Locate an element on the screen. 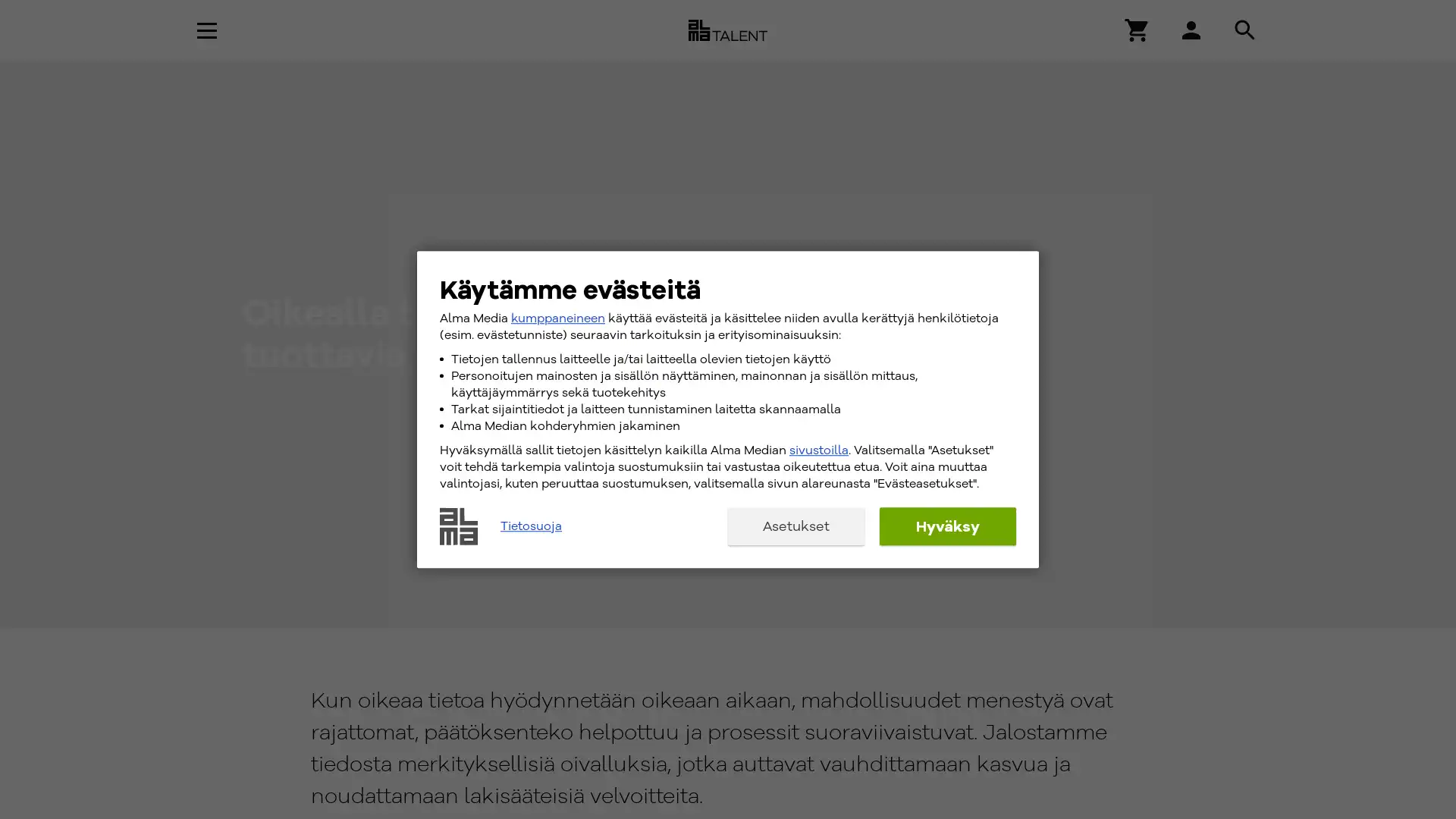  Asetukset is located at coordinates (795, 525).